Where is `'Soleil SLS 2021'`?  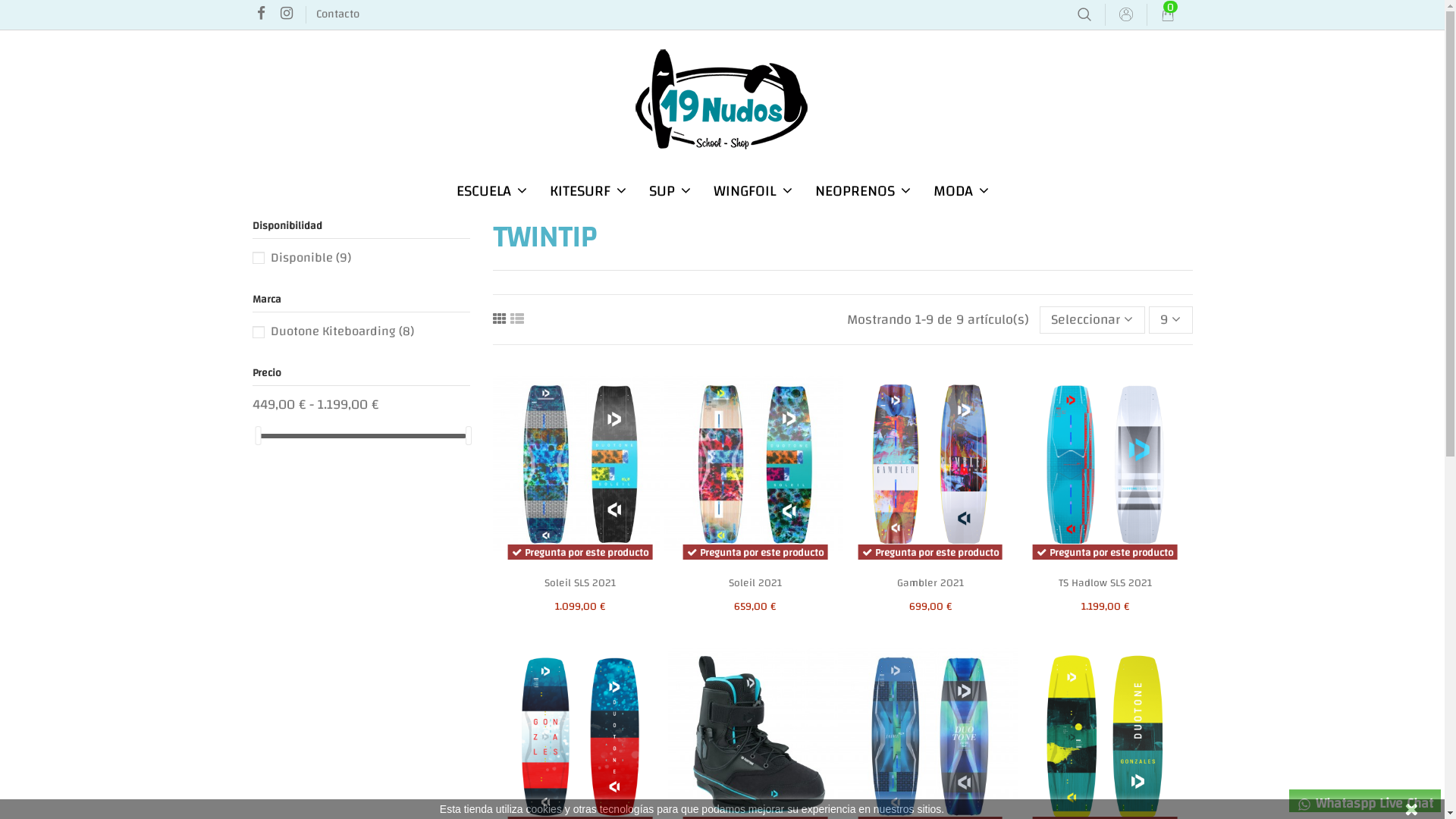
'Soleil SLS 2021' is located at coordinates (579, 582).